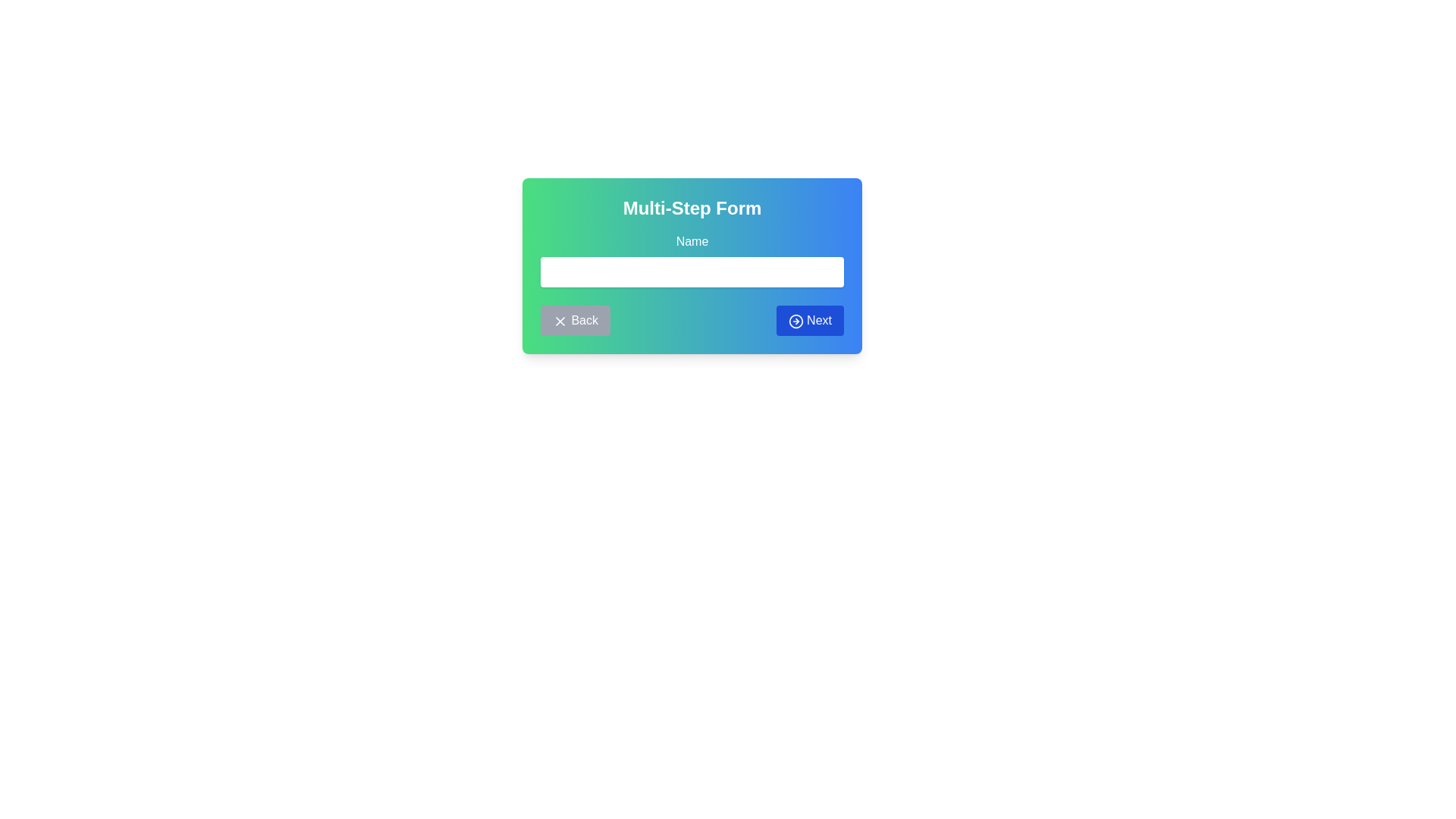 The image size is (1456, 819). I want to click on the 'X' icon located on the left side of the 'Back' button, which serves as a visual cue to indicate the action of going back, so click(560, 320).